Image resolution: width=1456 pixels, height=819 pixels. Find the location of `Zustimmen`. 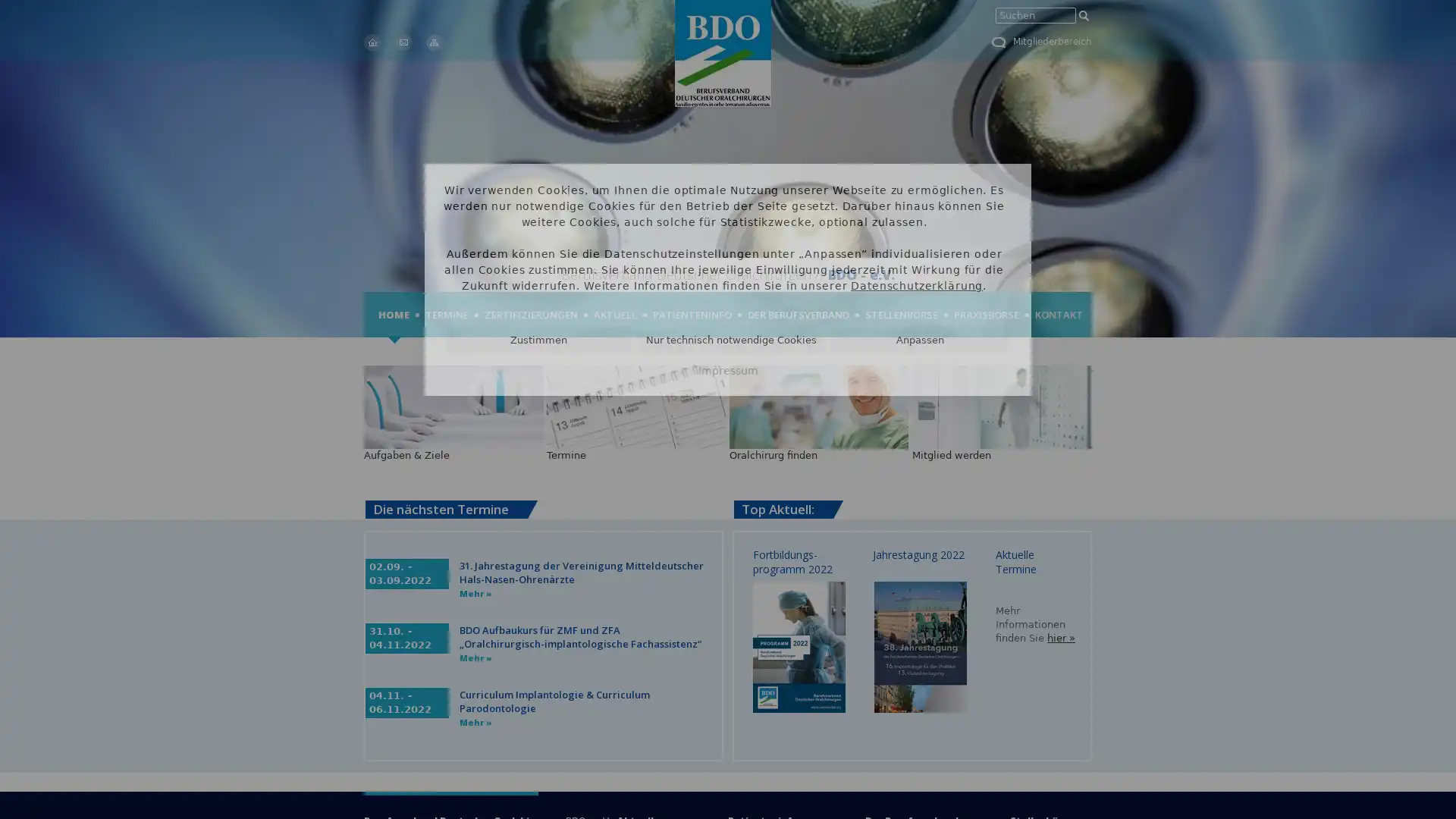

Zustimmen is located at coordinates (538, 339).